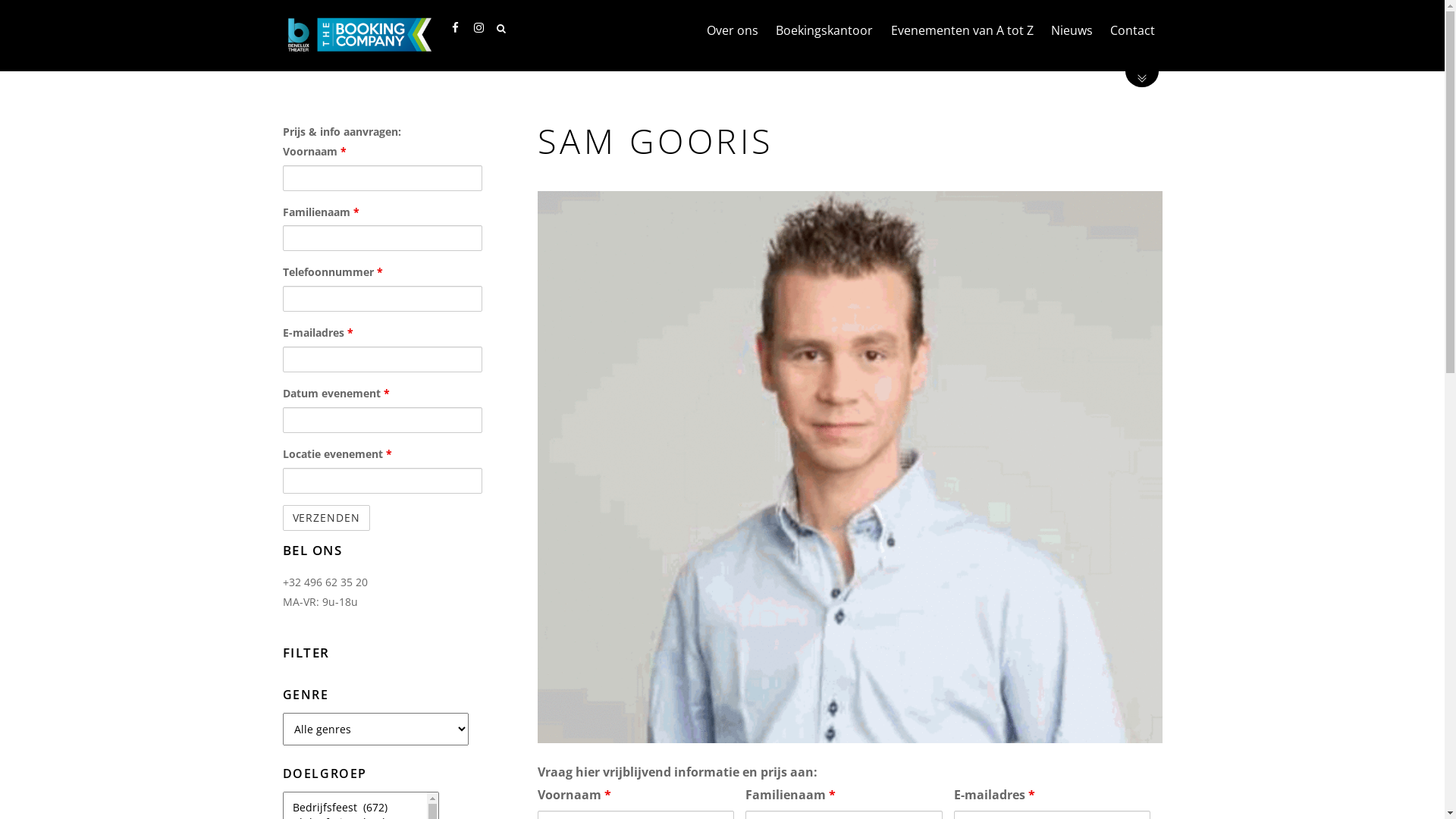 The width and height of the screenshot is (1456, 819). Describe the element at coordinates (356, 44) in the screenshot. I see `'Benelux Theater'` at that location.